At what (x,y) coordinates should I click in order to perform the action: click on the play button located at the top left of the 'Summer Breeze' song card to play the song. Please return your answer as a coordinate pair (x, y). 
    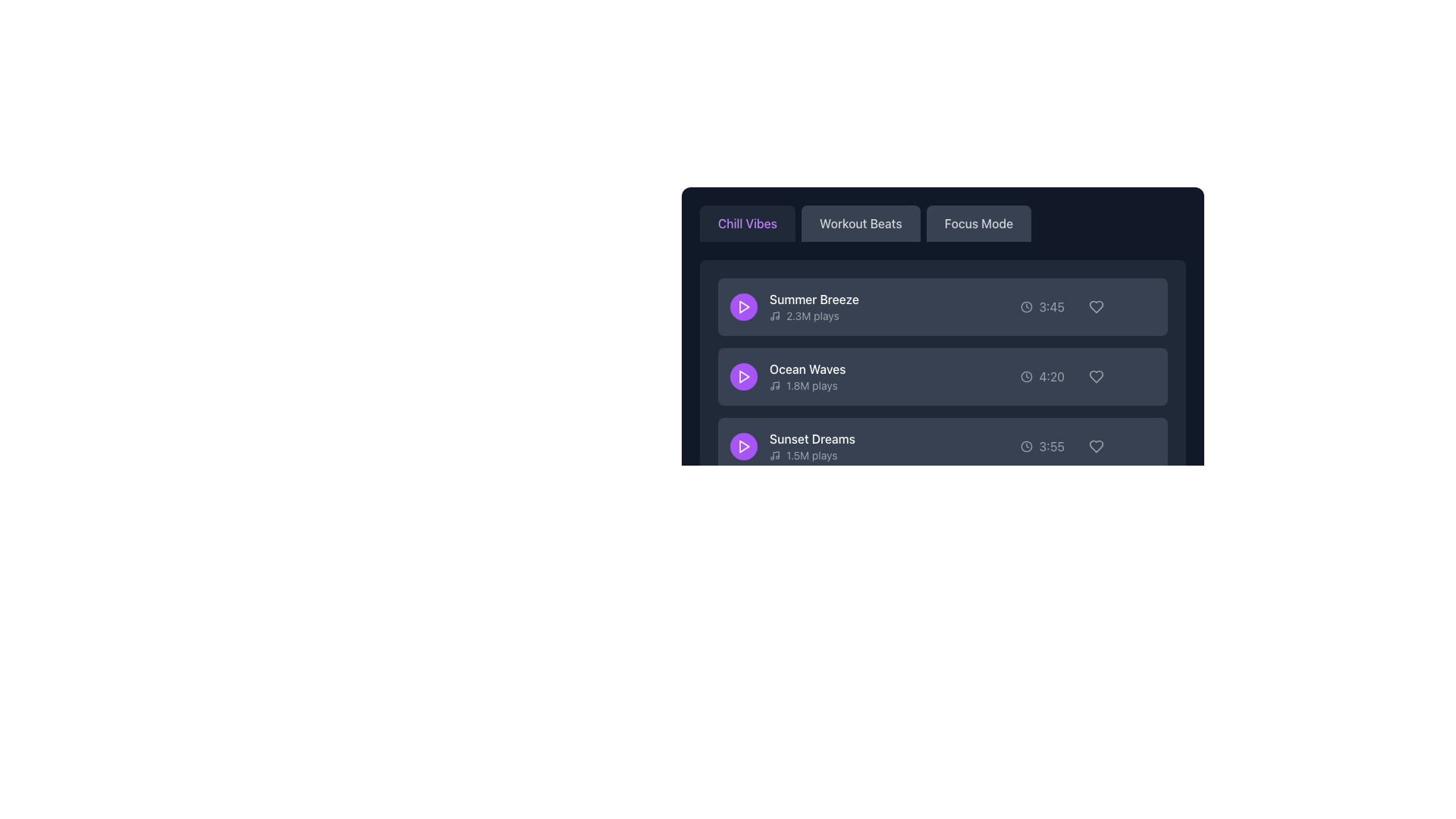
    Looking at the image, I should click on (743, 307).